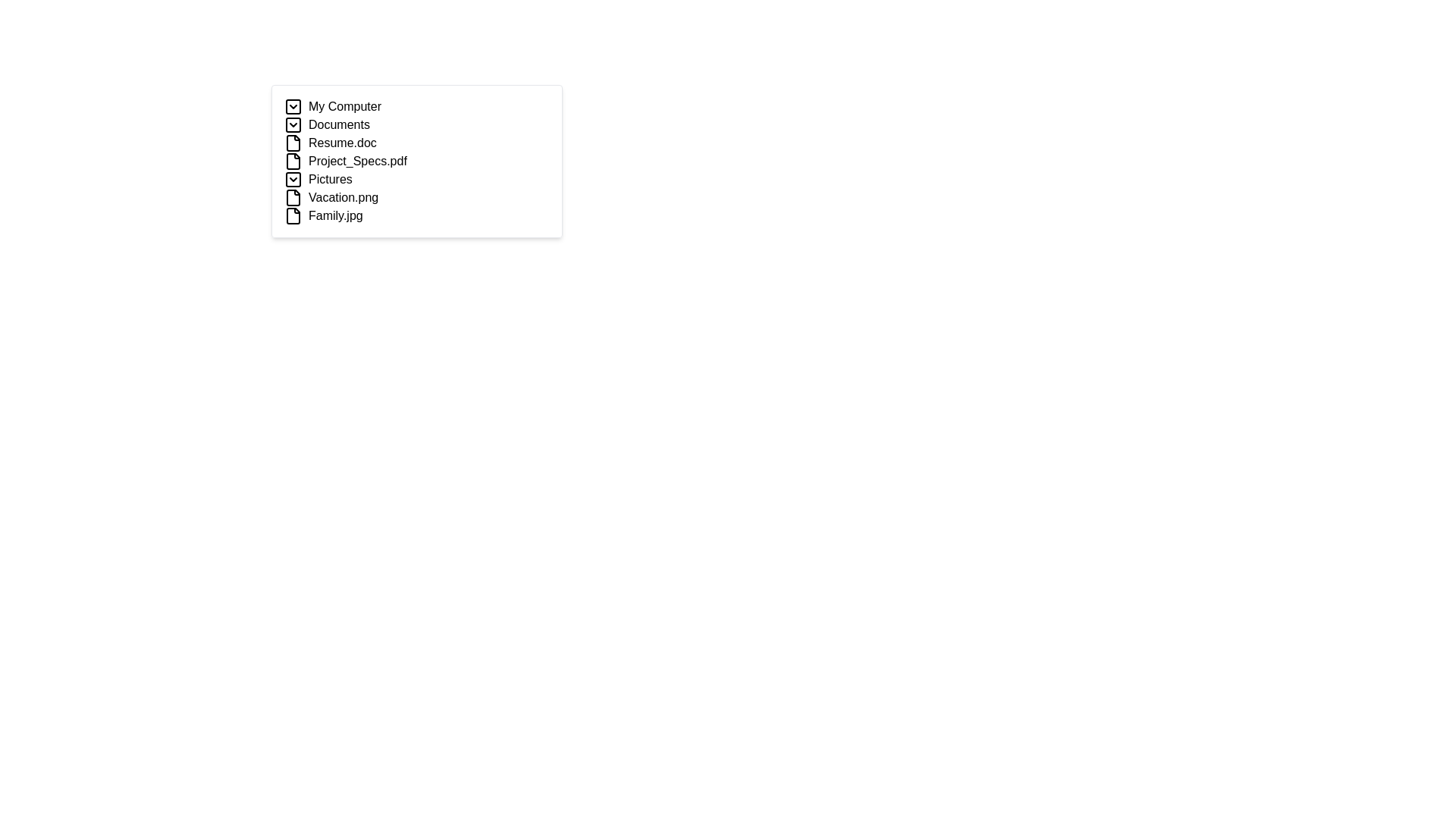 The image size is (1456, 819). I want to click on on the file entry named 'Family.jpg' located at the bottom of the list, following 'Vacation.png', so click(417, 216).